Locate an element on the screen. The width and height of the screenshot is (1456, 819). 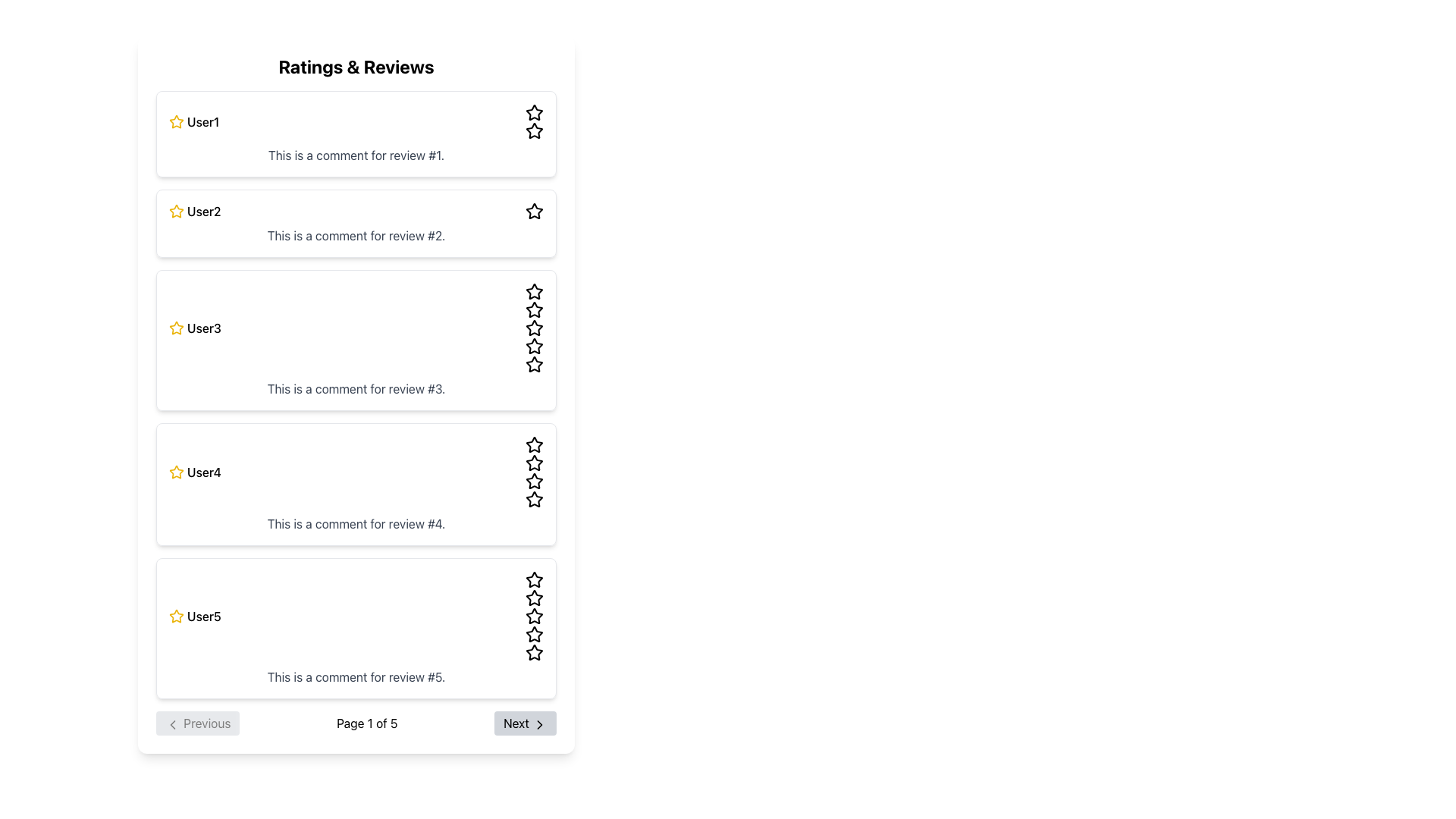
the chevron icon located at the bottom-right corner of the main interface is located at coordinates (539, 723).